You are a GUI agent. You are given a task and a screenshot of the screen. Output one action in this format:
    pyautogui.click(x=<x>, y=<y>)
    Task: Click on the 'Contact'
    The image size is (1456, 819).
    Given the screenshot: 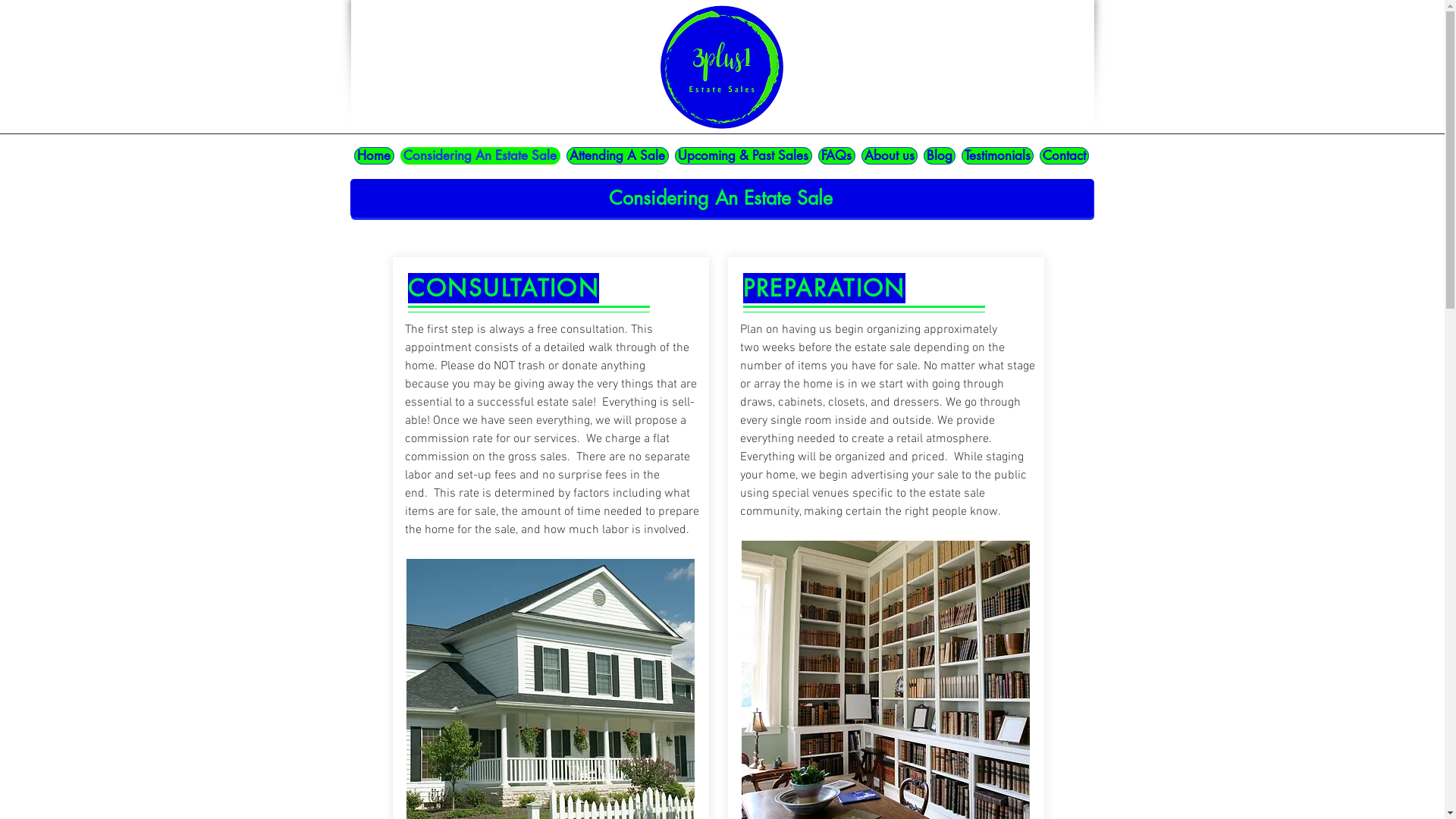 What is the action you would take?
    pyautogui.click(x=1062, y=155)
    